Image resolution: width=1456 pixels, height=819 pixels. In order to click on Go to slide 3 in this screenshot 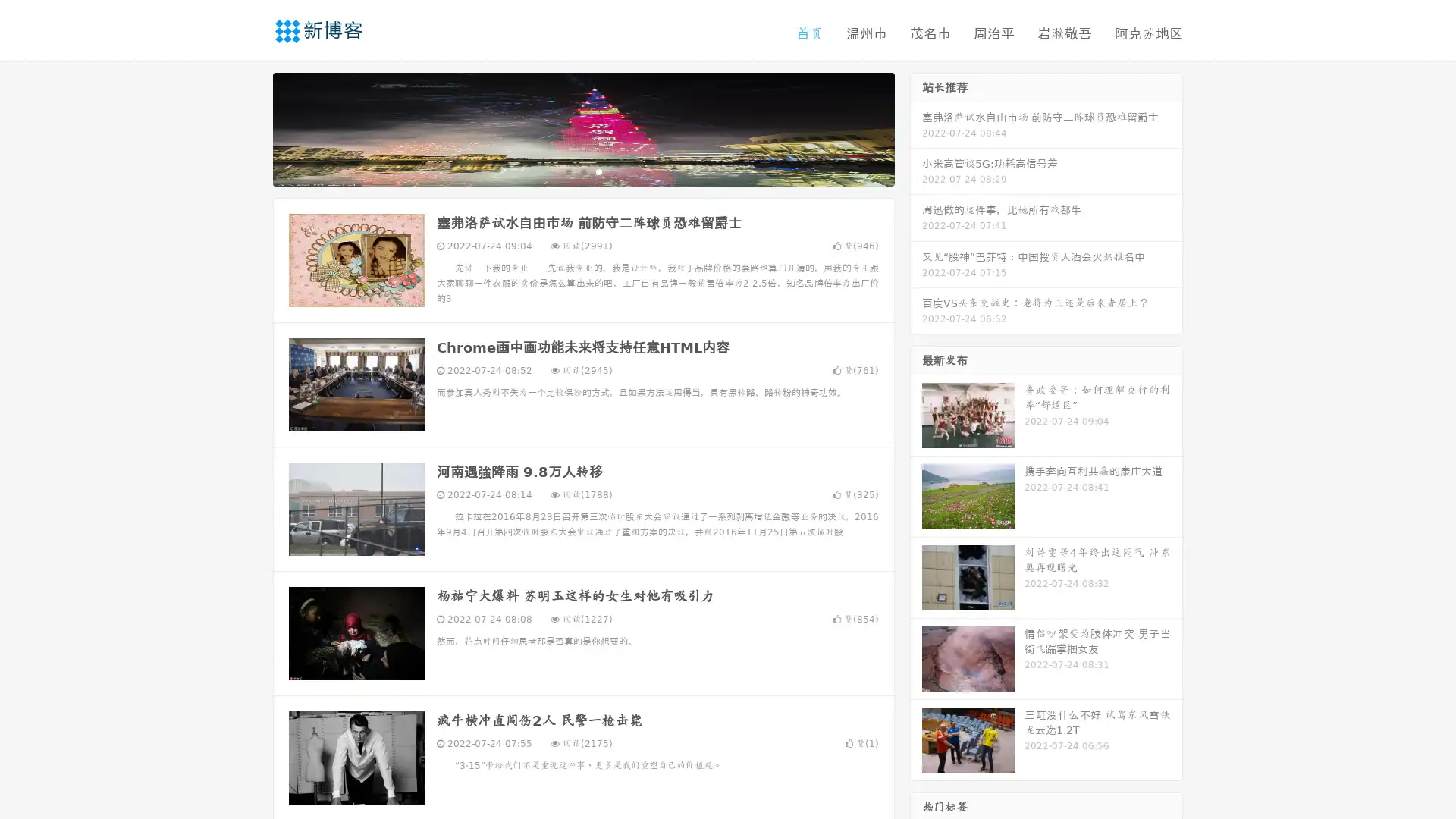, I will do `click(598, 171)`.